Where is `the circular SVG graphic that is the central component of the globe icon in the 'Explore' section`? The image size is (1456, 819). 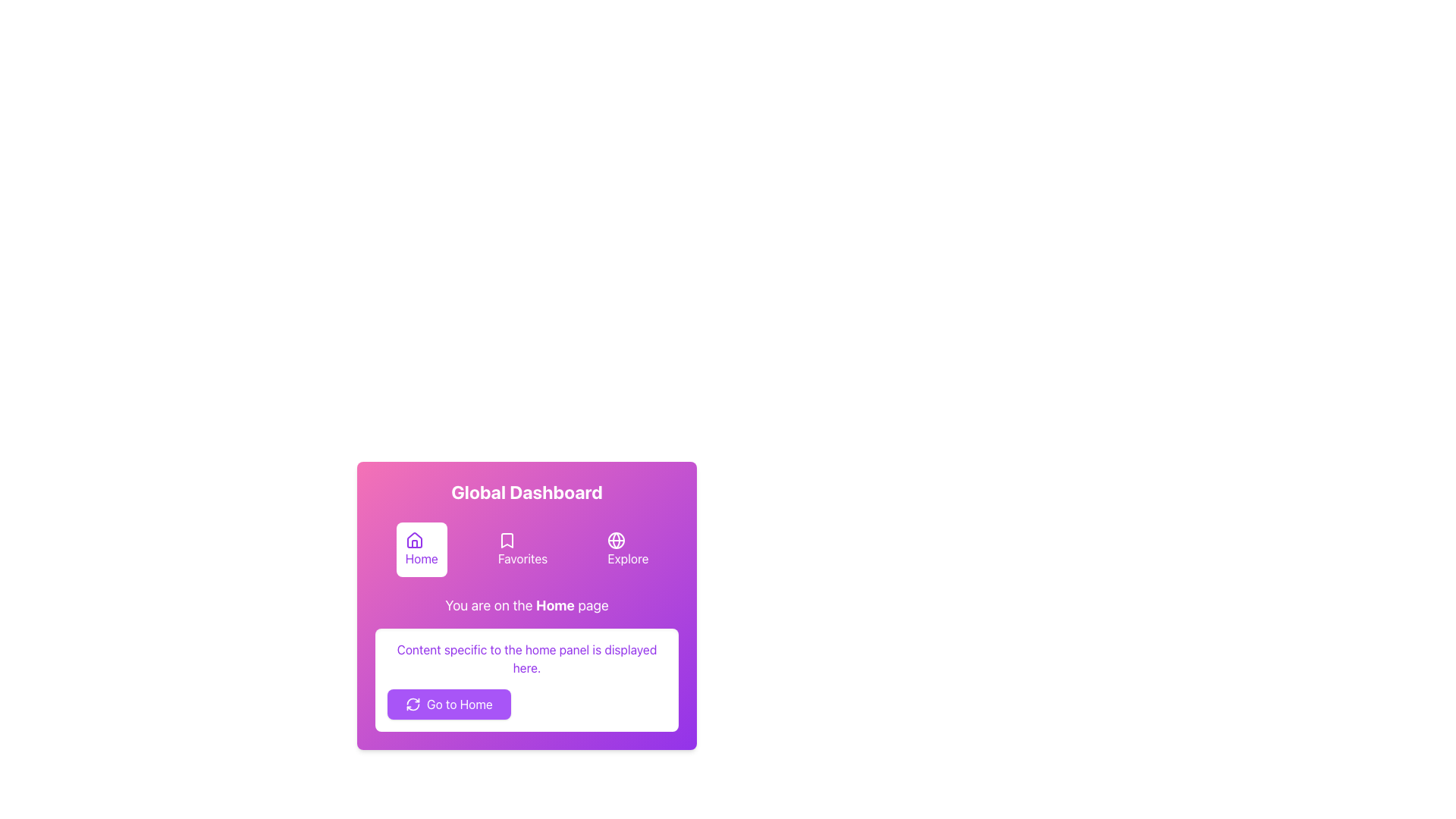
the circular SVG graphic that is the central component of the globe icon in the 'Explore' section is located at coordinates (617, 540).